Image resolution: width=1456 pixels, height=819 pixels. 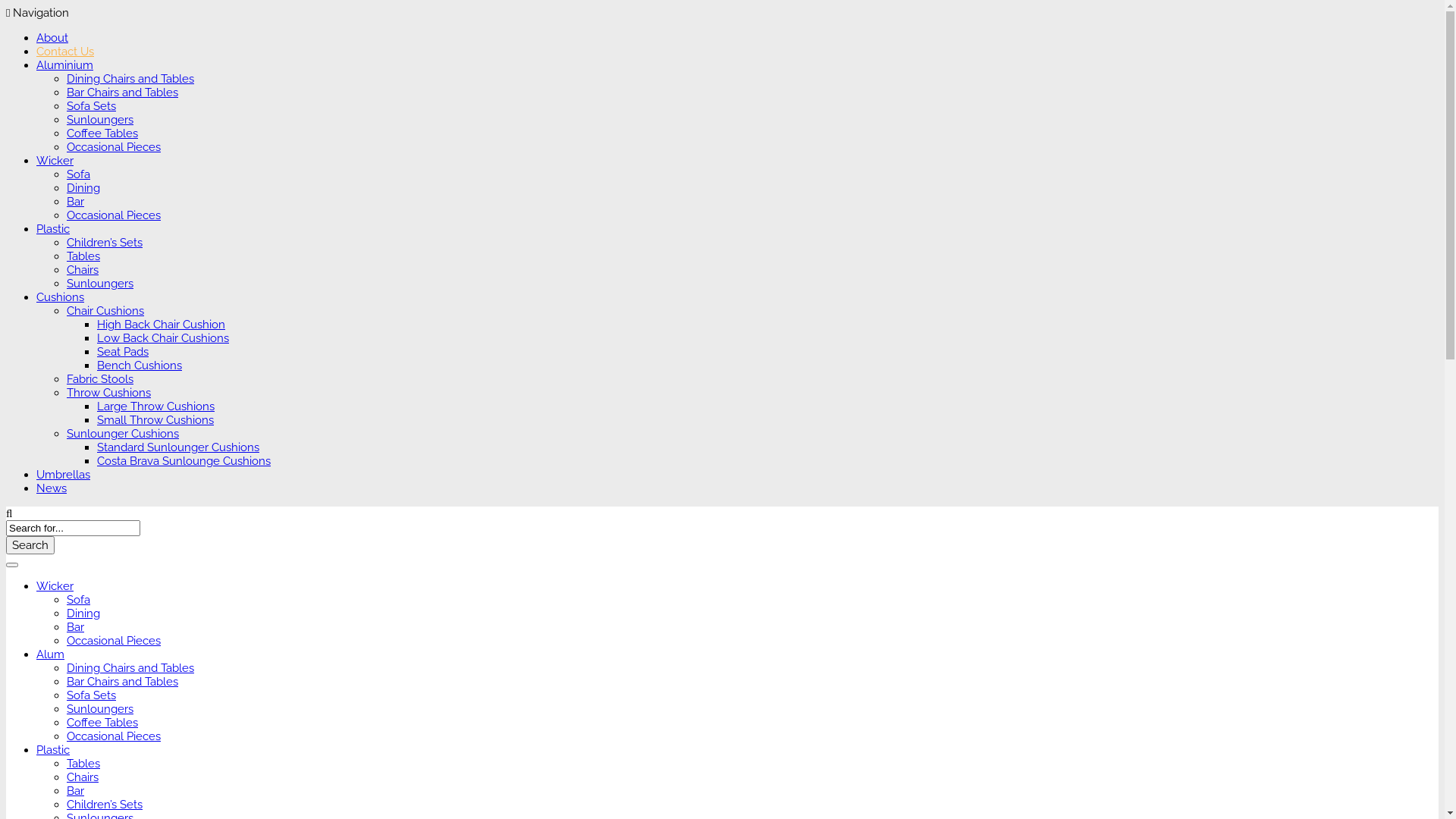 What do you see at coordinates (99, 284) in the screenshot?
I see `'Sunloungers'` at bounding box center [99, 284].